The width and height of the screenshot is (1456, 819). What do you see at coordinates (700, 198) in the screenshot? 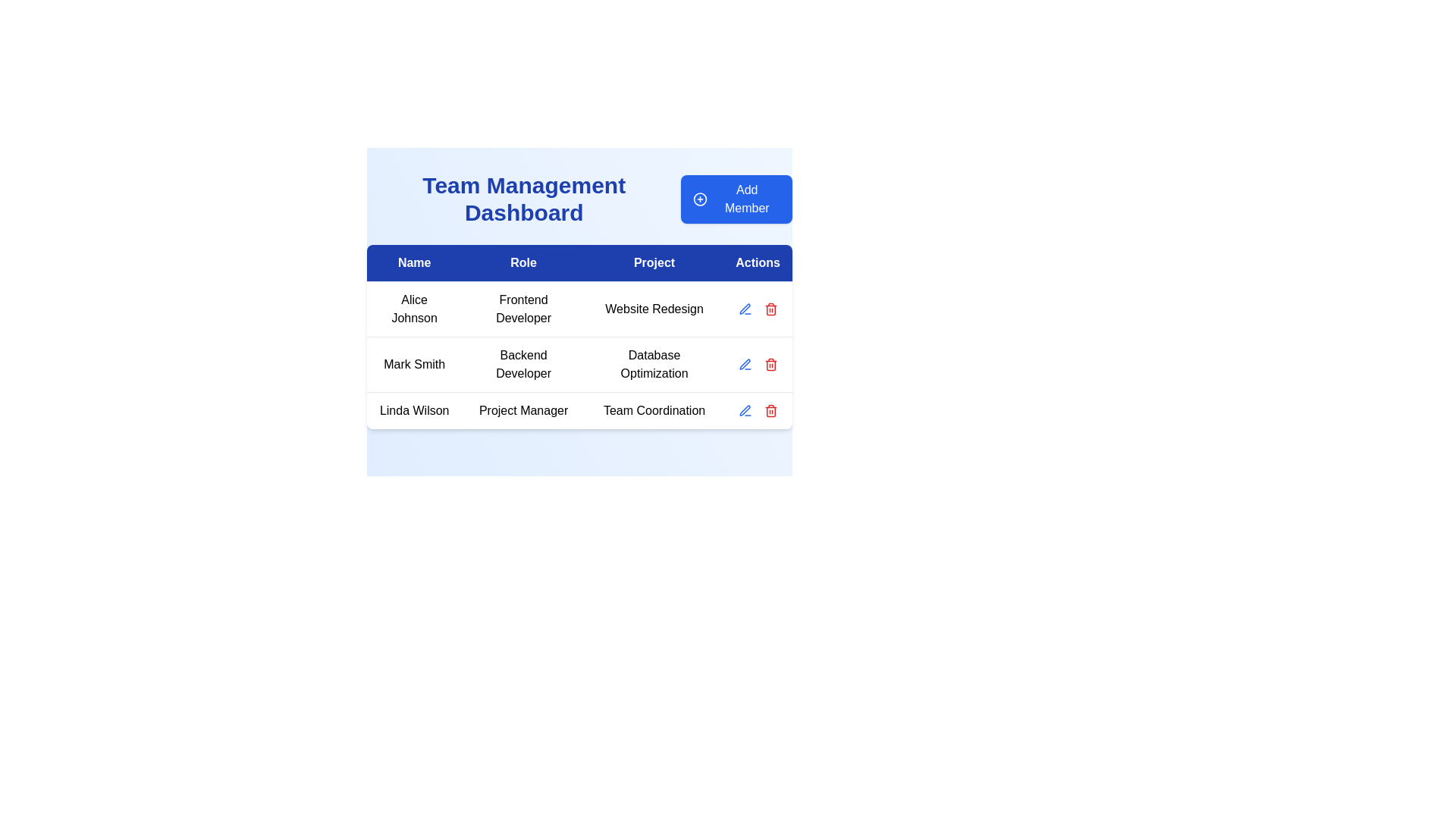
I see `the thin circular outline with a blue border located at the top-right corner near the 'Add Member' button` at bounding box center [700, 198].